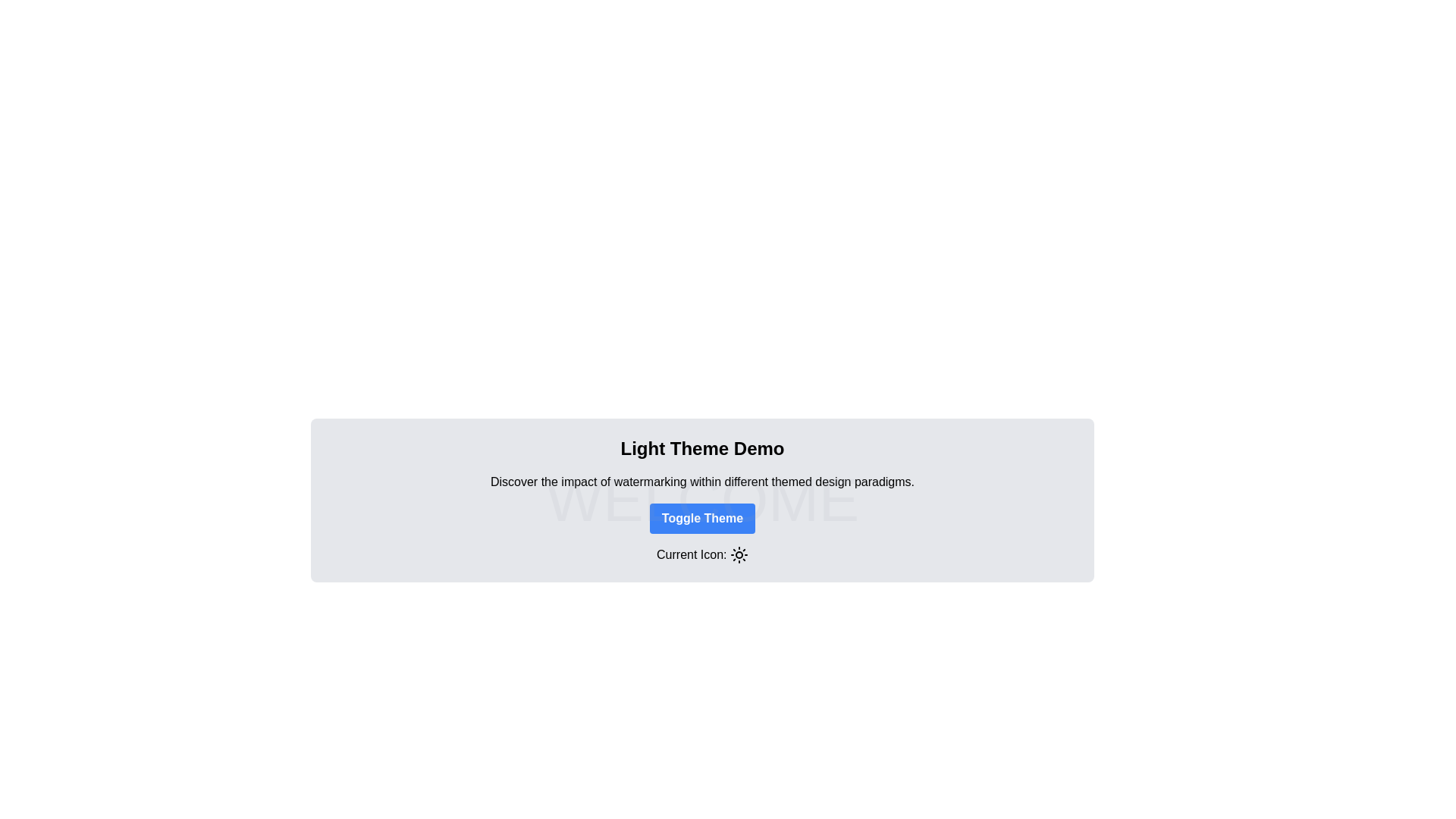  I want to click on the label indicating the currently selected theme icon, labeled 'Current Icon:', so click(701, 554).